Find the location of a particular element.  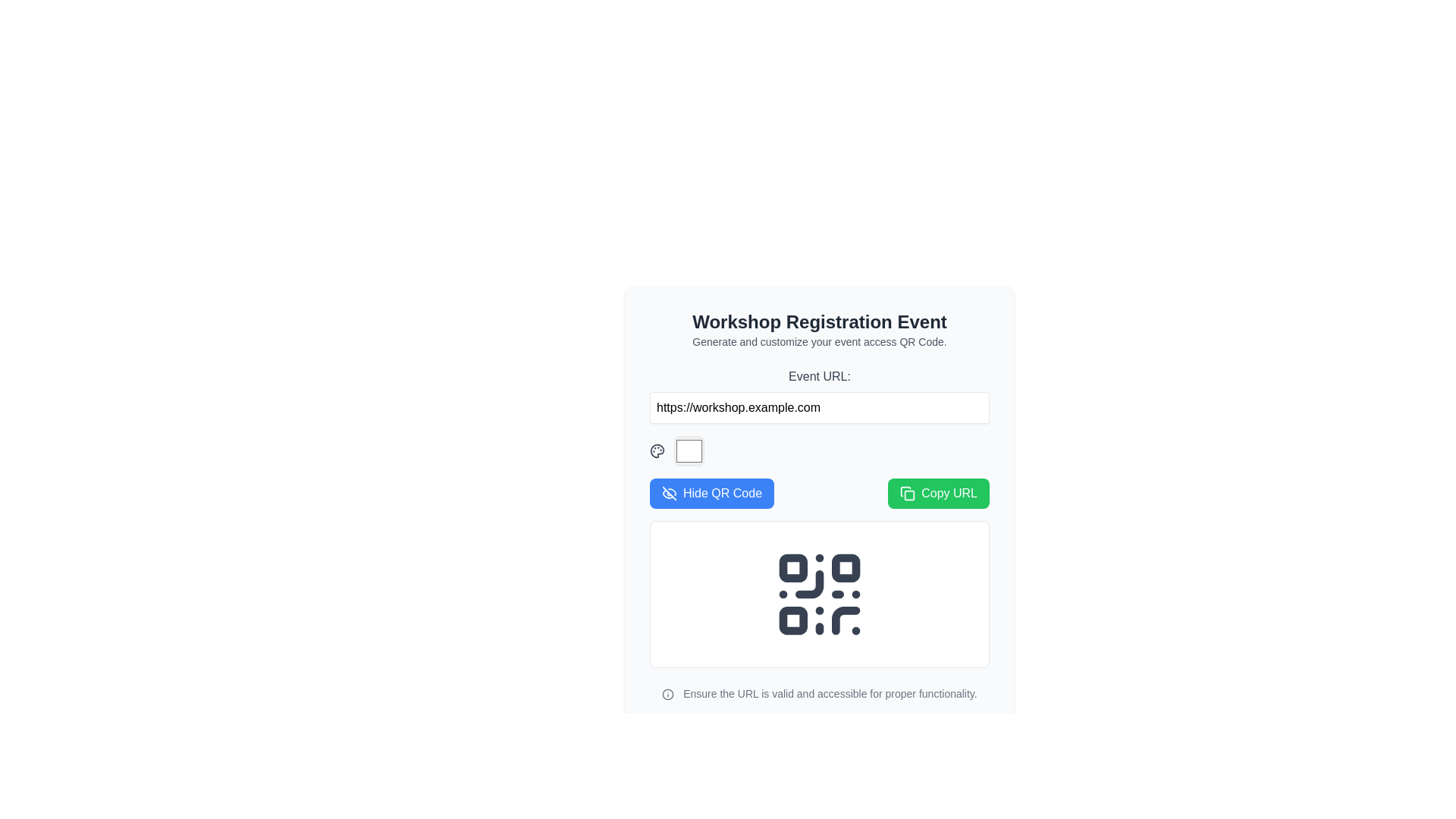

the text label displaying 'Event URL:' which is styled in gray and positioned above the input field is located at coordinates (818, 376).